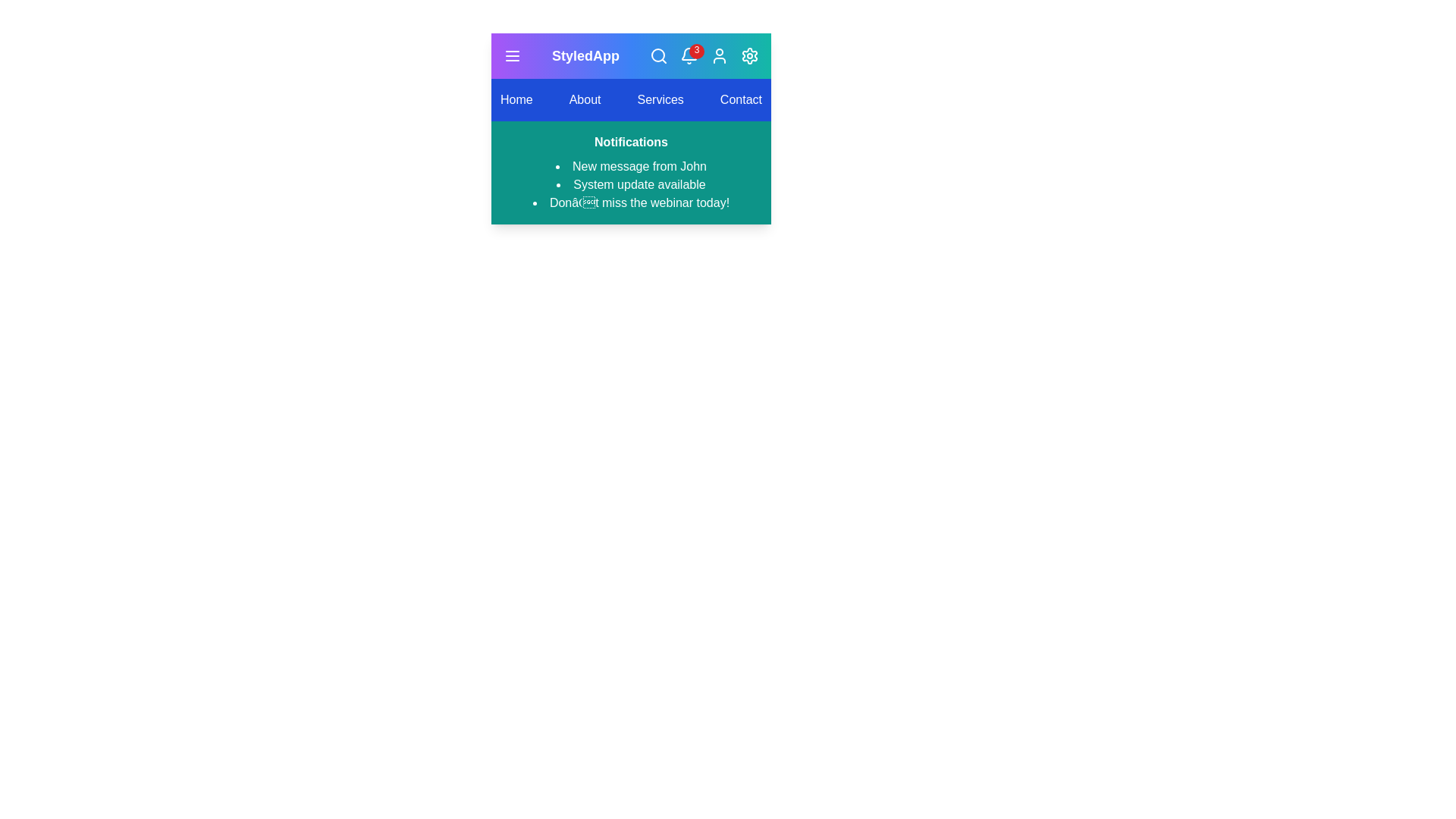 This screenshot has height=819, width=1456. Describe the element at coordinates (631, 99) in the screenshot. I see `the 'Services' menu option in the blue navigation bar` at that location.